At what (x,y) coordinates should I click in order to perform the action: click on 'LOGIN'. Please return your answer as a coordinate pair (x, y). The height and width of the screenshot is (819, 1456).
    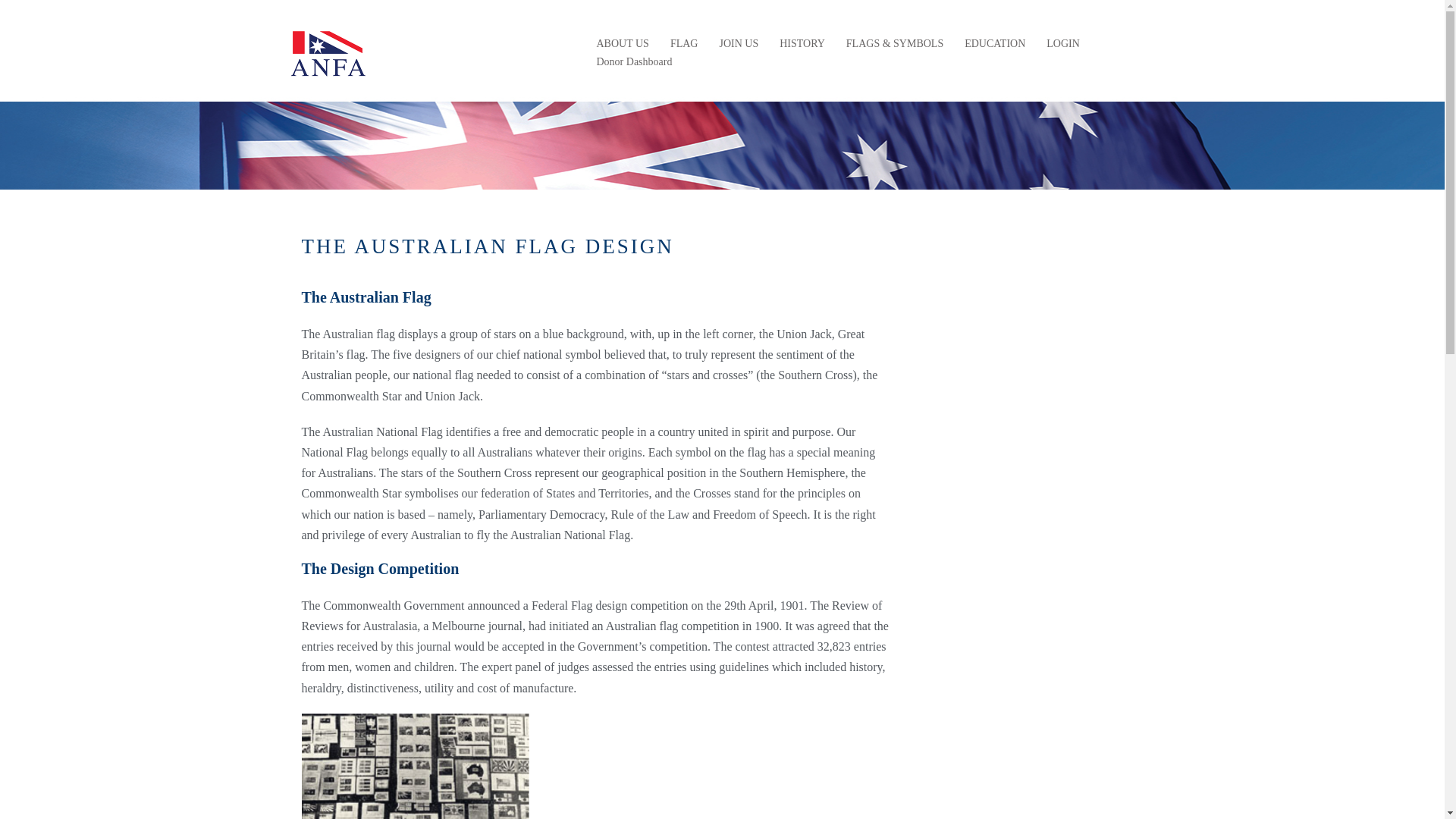
    Looking at the image, I should click on (1062, 42).